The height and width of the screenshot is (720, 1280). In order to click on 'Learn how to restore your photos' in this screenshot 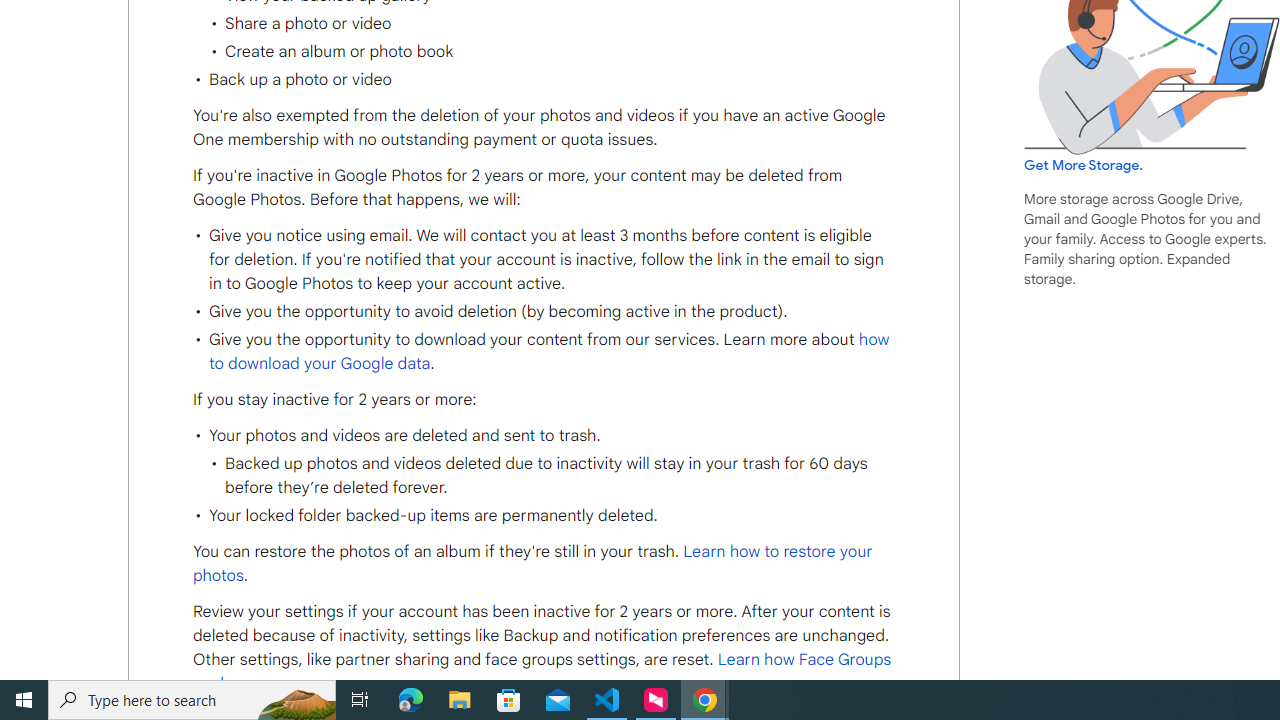, I will do `click(533, 564)`.